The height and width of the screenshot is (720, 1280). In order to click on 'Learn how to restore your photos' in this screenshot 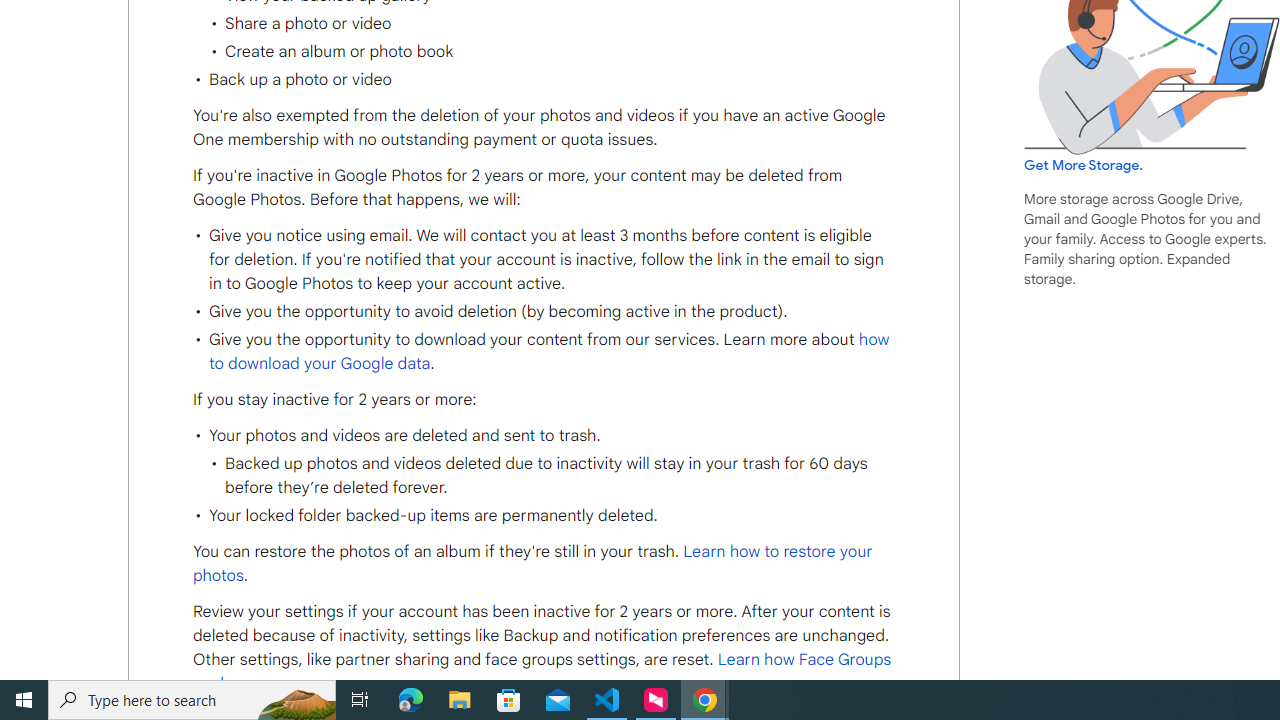, I will do `click(533, 564)`.